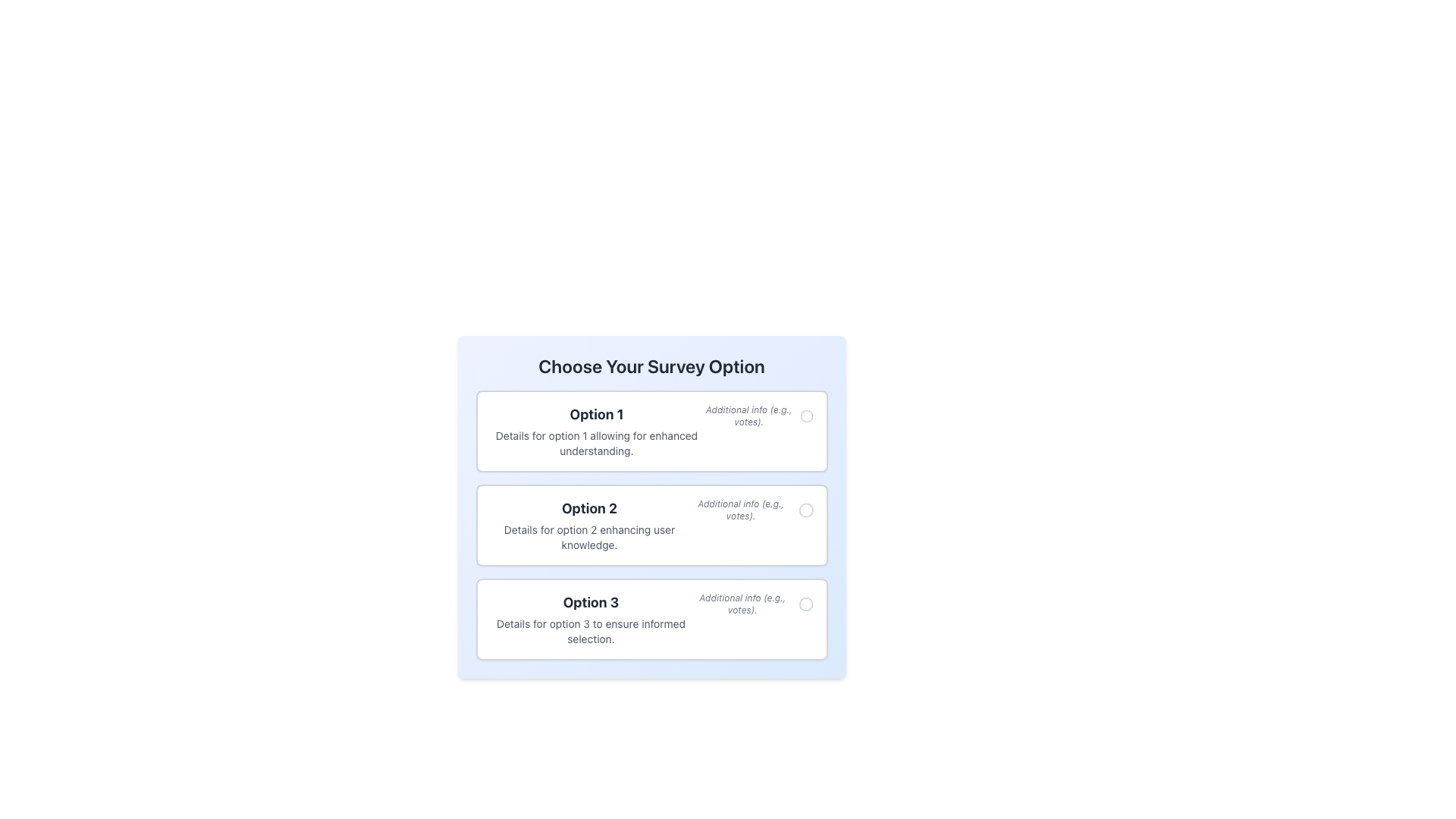  What do you see at coordinates (805, 510) in the screenshot?
I see `the circular graphic element of the radio button group, which is styled as a light gray outline indicating it is unselected` at bounding box center [805, 510].